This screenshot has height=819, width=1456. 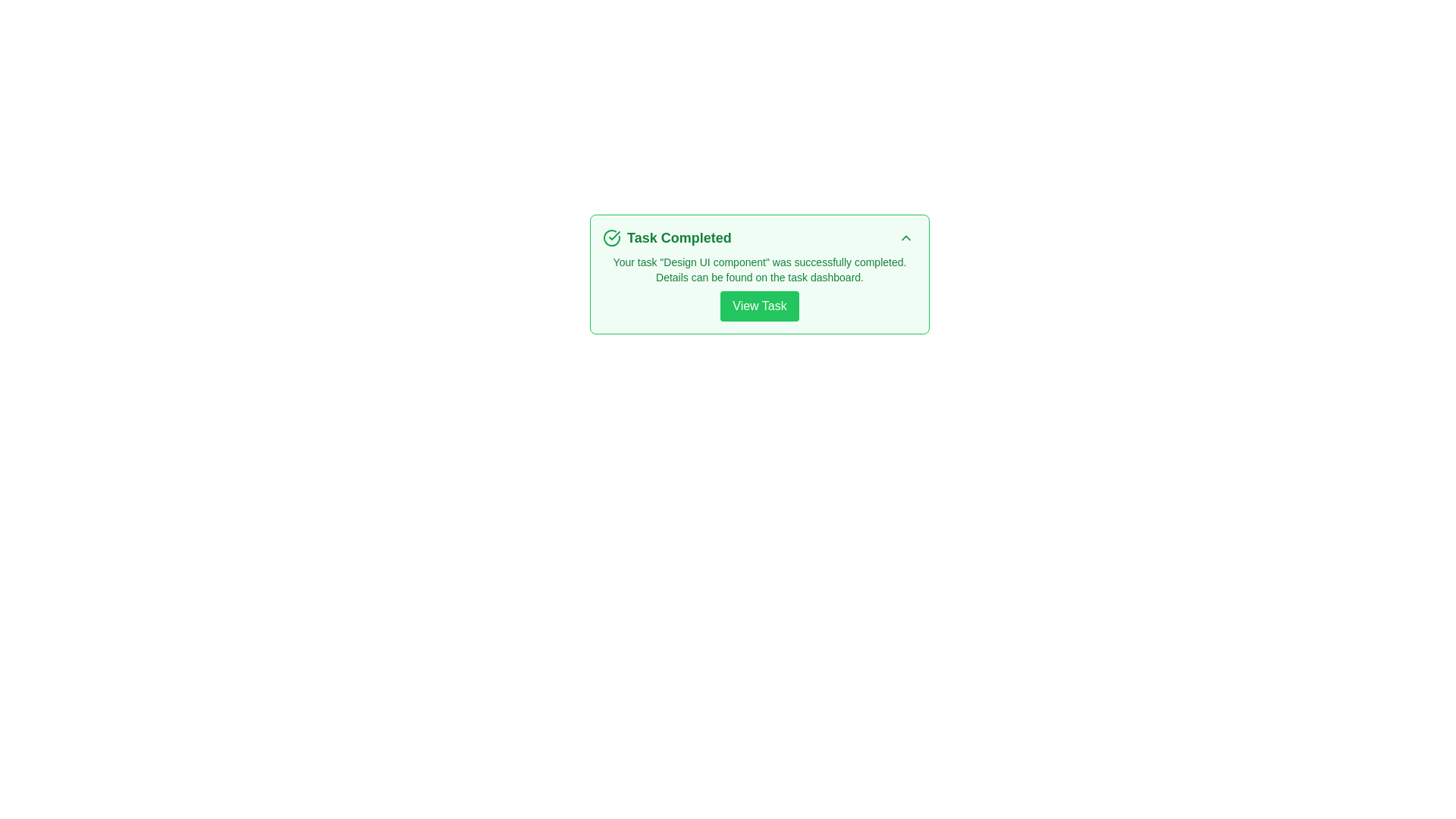 What do you see at coordinates (906, 237) in the screenshot?
I see `the chevron-down icon with a green stroke located at the top-right corner of the 'Task Completed' success message box` at bounding box center [906, 237].